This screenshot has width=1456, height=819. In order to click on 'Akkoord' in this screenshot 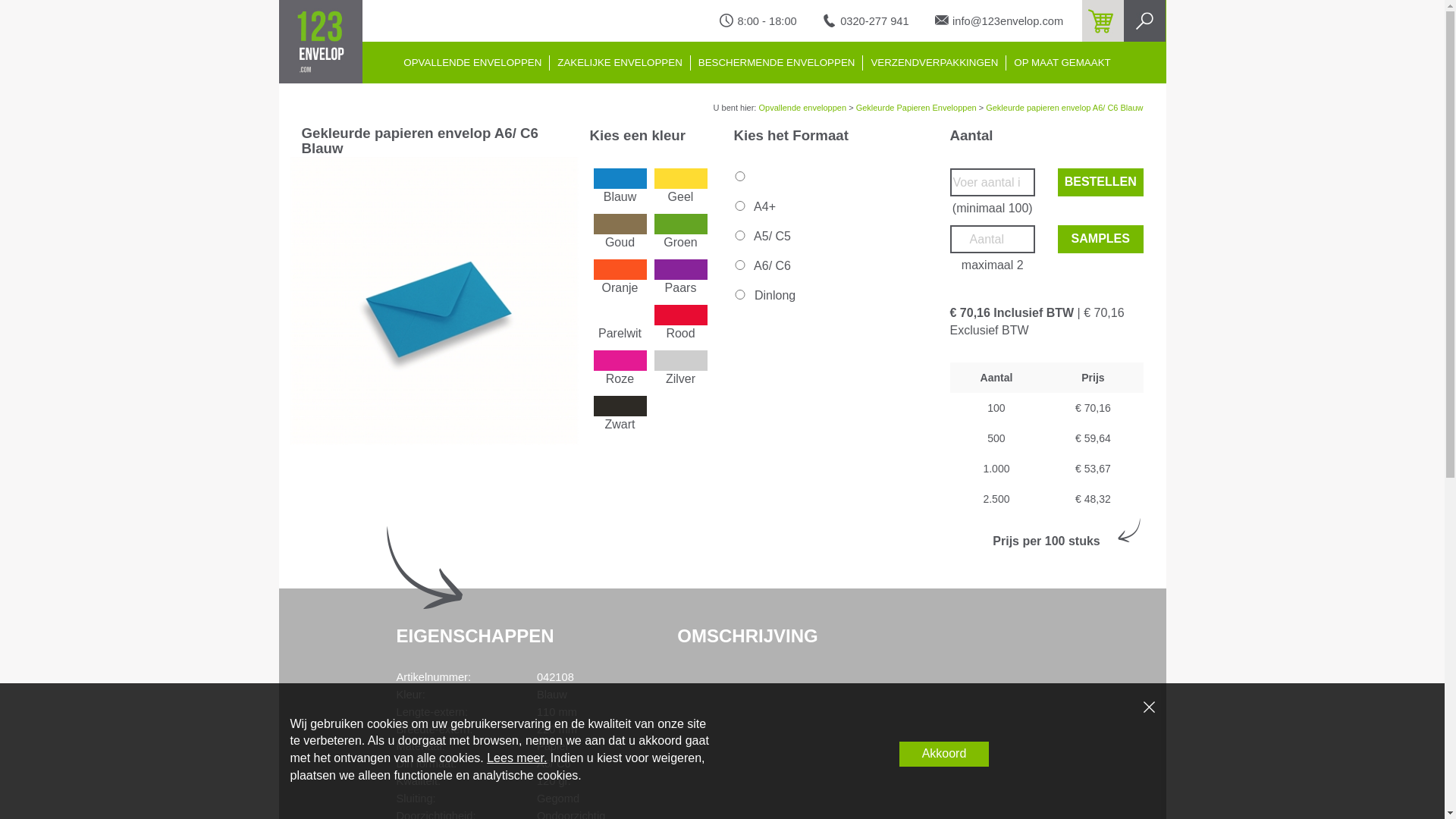, I will do `click(899, 754)`.